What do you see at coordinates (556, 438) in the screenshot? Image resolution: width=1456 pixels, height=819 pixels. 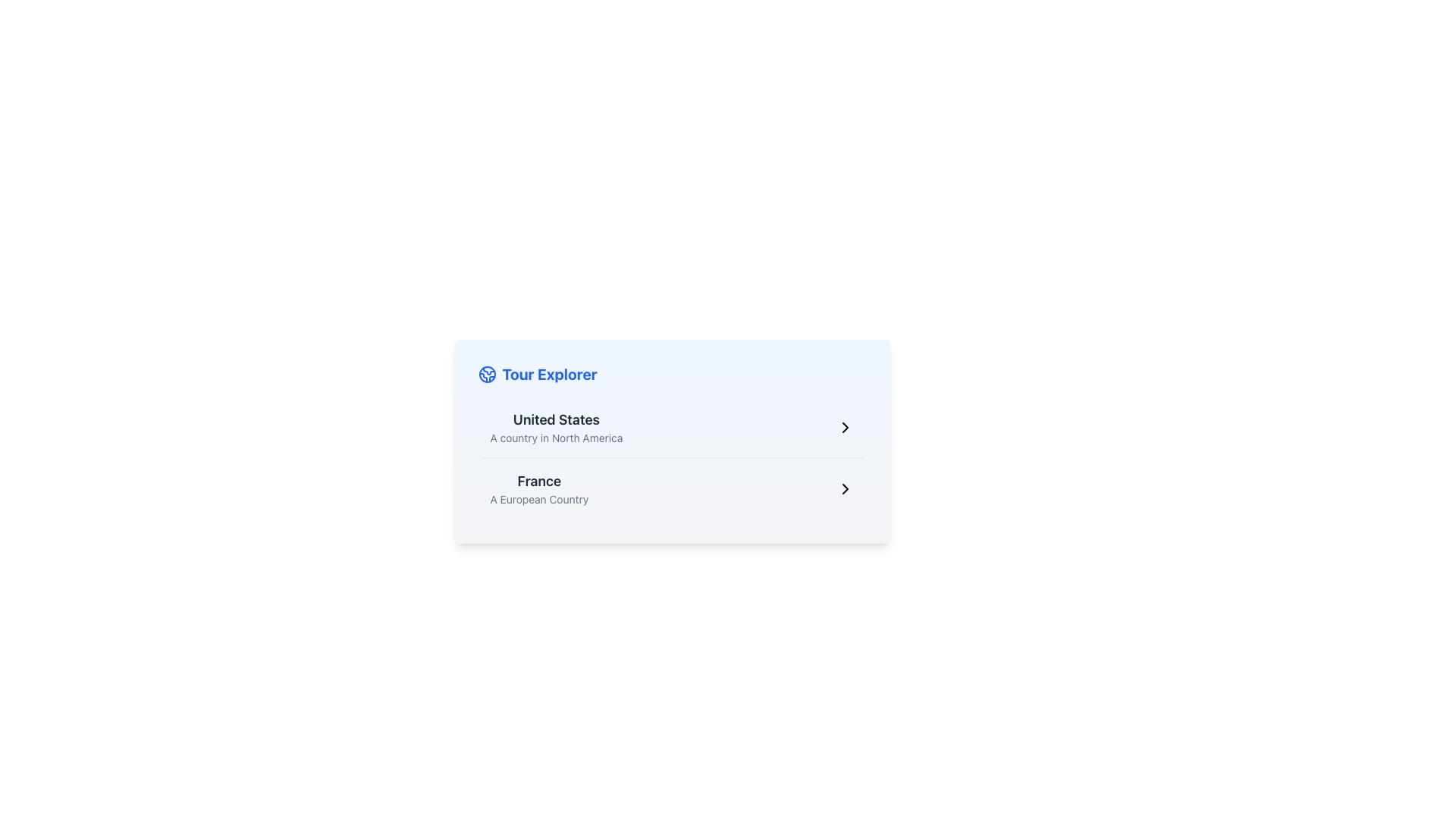 I see `text label stating 'A country in North America', which is located below the heading 'United States' in the main content area` at bounding box center [556, 438].